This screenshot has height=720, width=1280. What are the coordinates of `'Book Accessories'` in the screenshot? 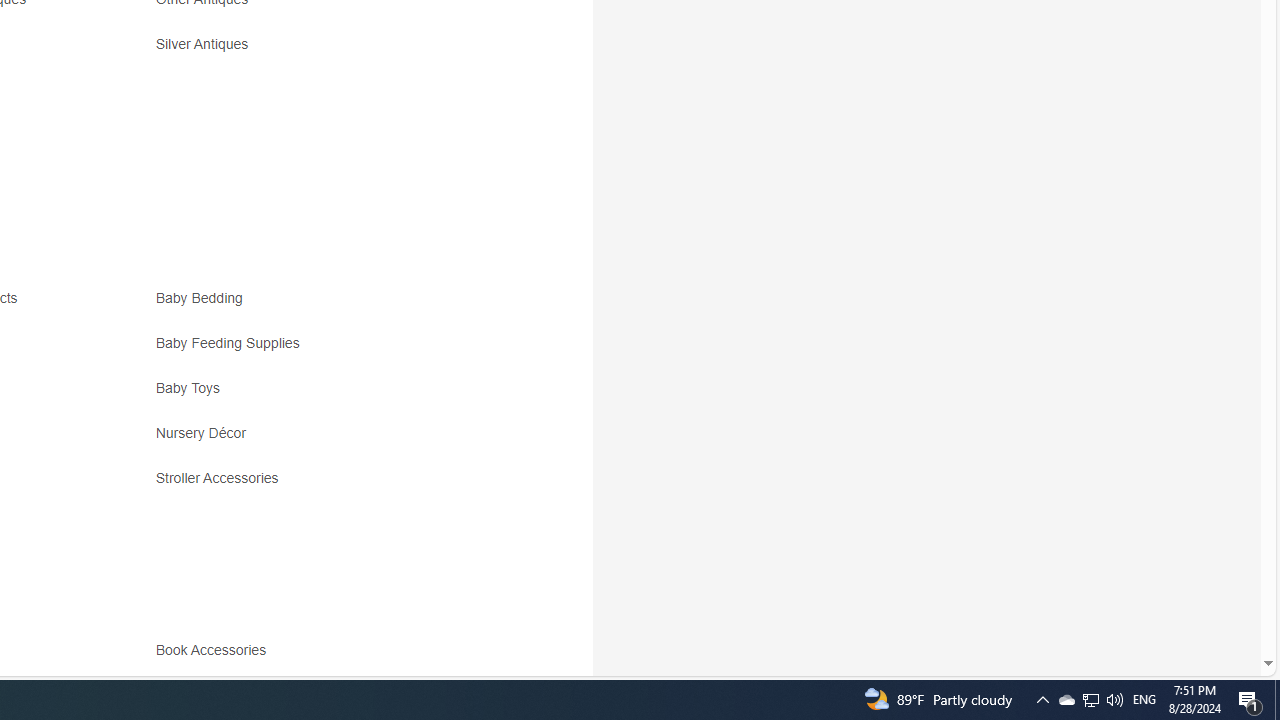 It's located at (332, 657).